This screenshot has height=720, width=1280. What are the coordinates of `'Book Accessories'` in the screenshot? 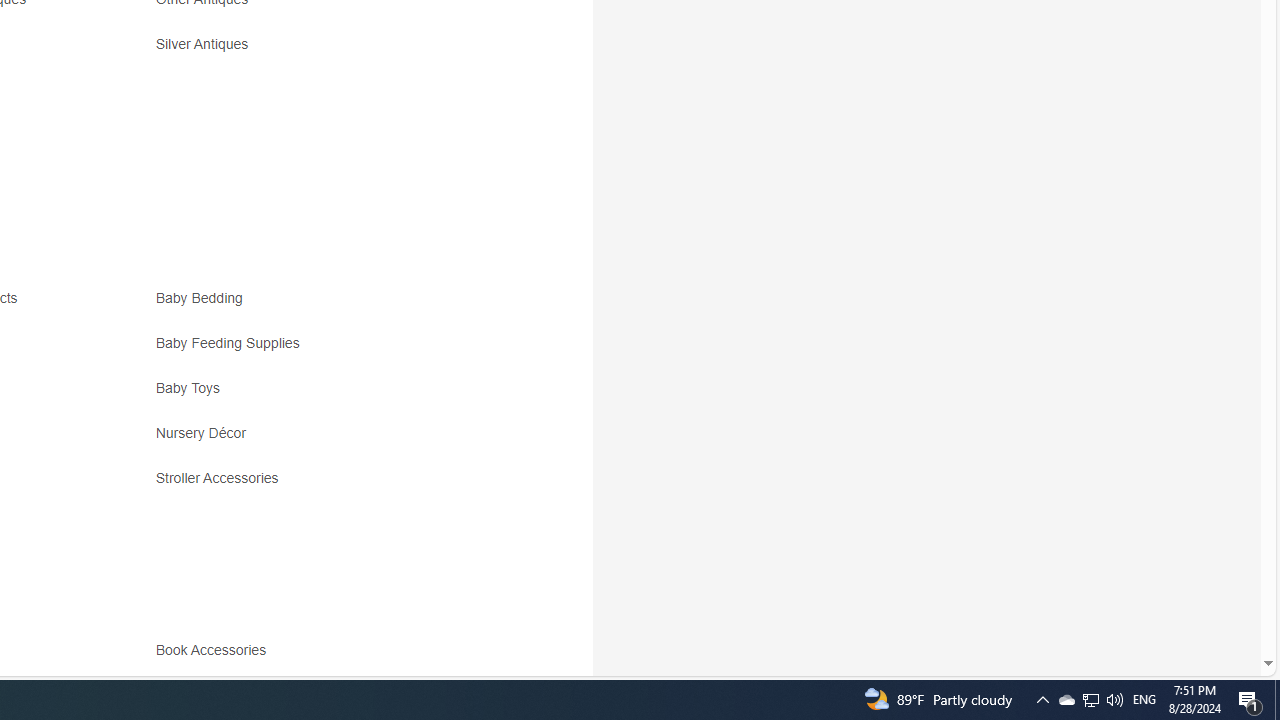 It's located at (332, 657).